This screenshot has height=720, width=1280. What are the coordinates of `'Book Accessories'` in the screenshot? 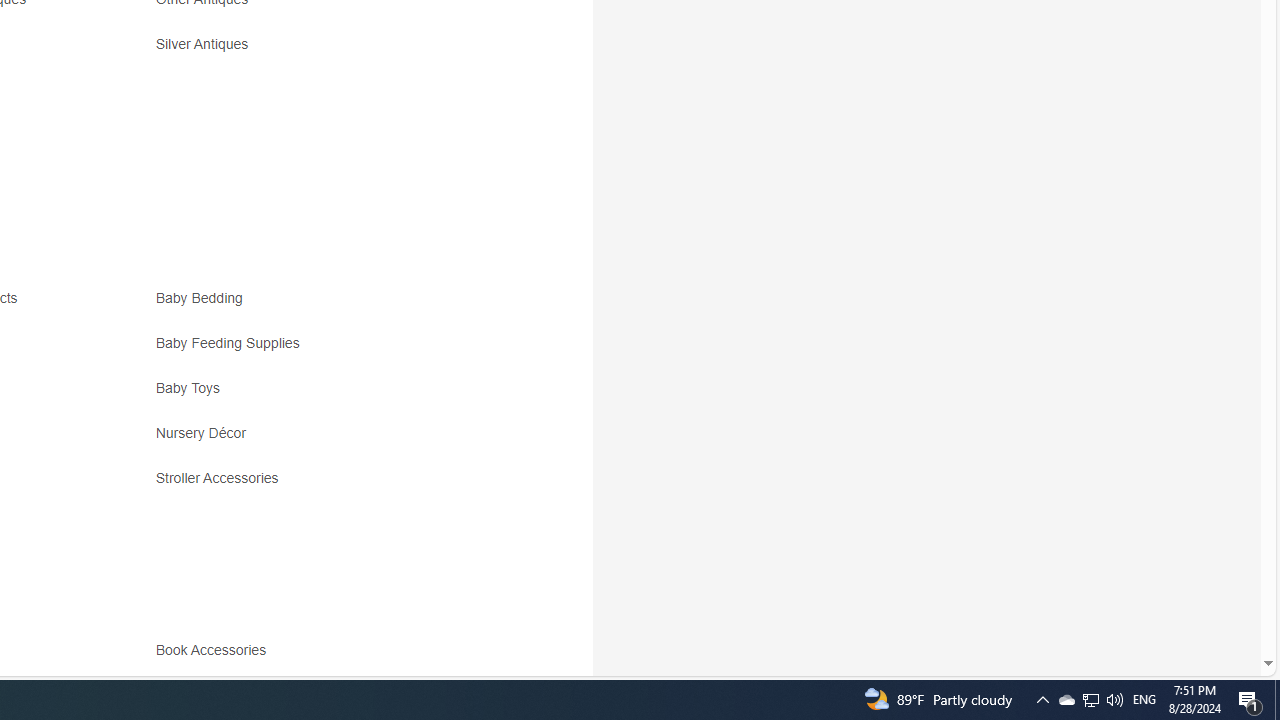 It's located at (332, 657).